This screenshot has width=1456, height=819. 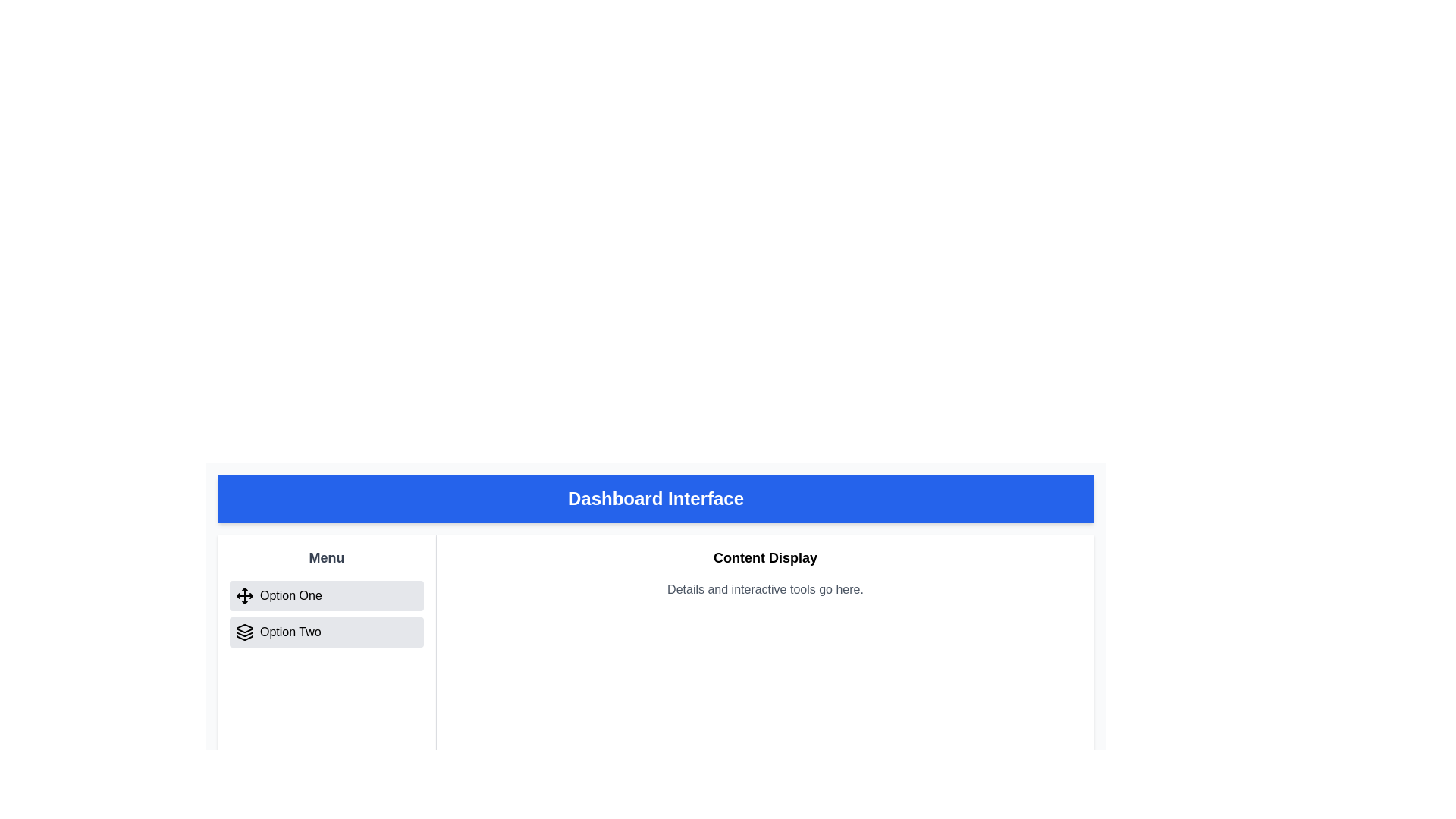 What do you see at coordinates (244, 629) in the screenshot?
I see `the top layer icon of the three stacked layer icons located next to the 'Option Two' label in the left-side menu` at bounding box center [244, 629].